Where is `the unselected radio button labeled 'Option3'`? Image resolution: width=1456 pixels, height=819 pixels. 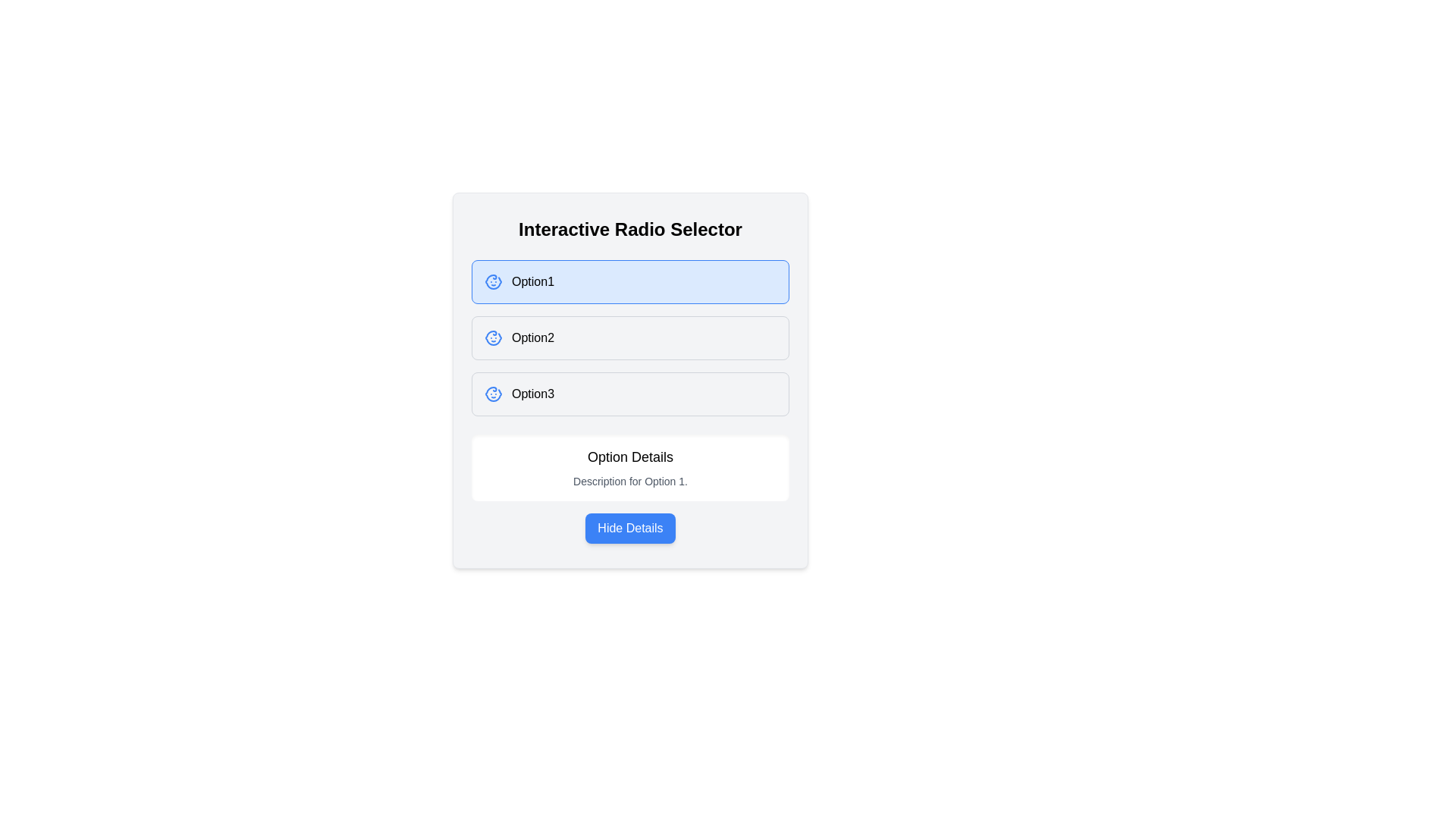
the unselected radio button labeled 'Option3' is located at coordinates (630, 394).